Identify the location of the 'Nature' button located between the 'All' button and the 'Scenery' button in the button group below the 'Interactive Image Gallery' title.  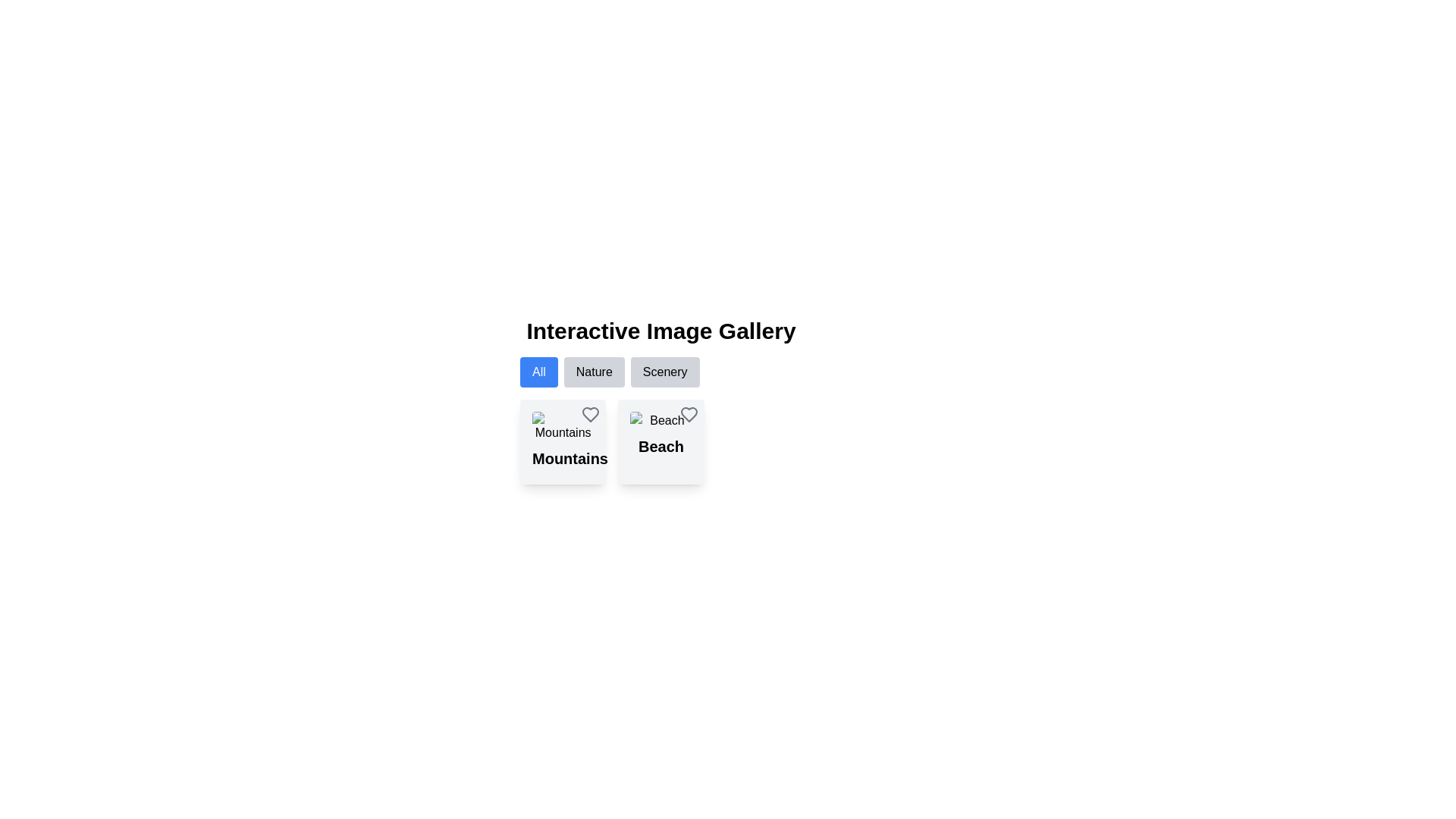
(593, 372).